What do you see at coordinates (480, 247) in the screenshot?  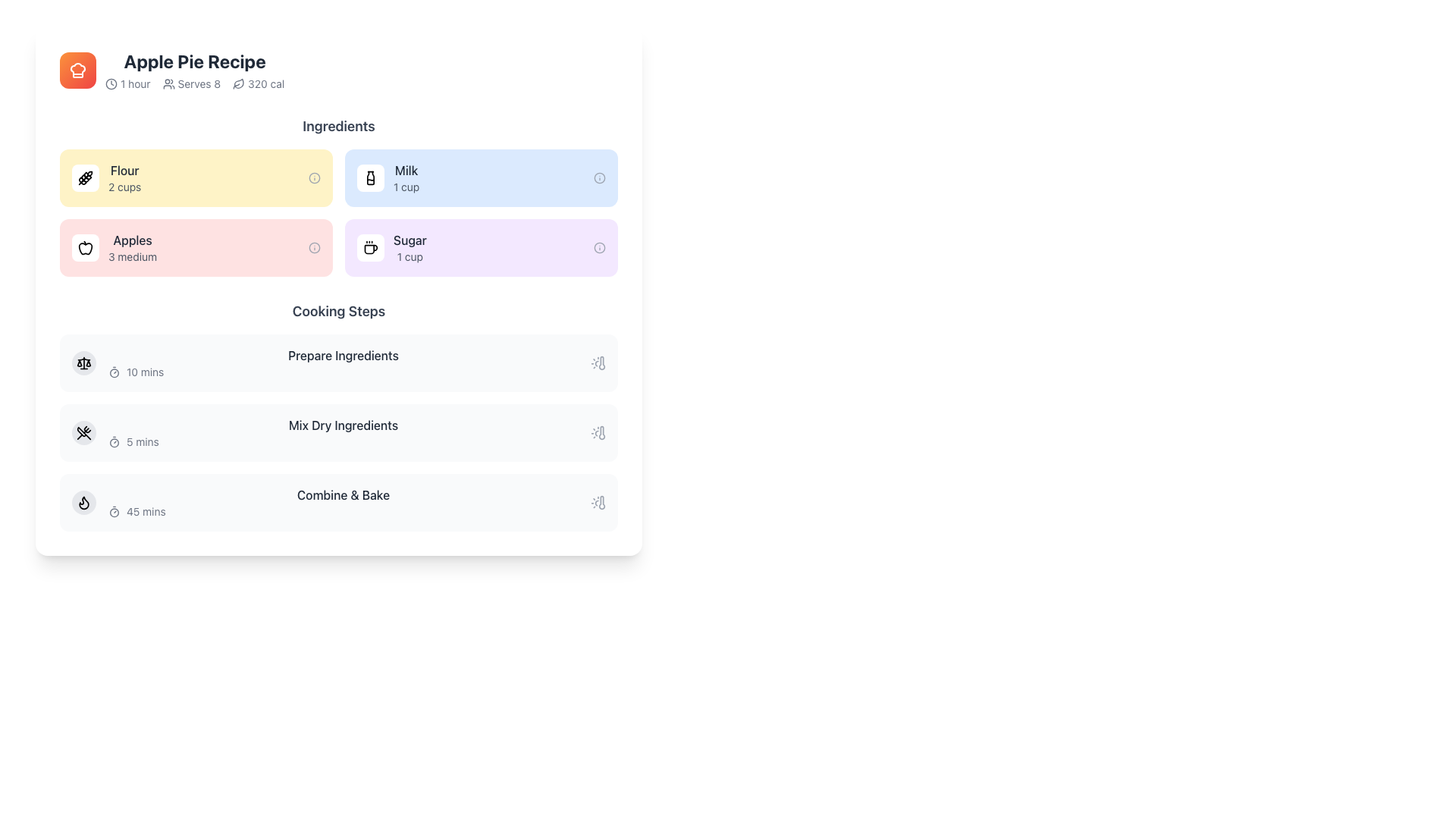 I see `contents of the Informational card displaying the ingredient 'Sugar' with a quantity of '1 cup', located as the fourth item in the grid layout` at bounding box center [480, 247].